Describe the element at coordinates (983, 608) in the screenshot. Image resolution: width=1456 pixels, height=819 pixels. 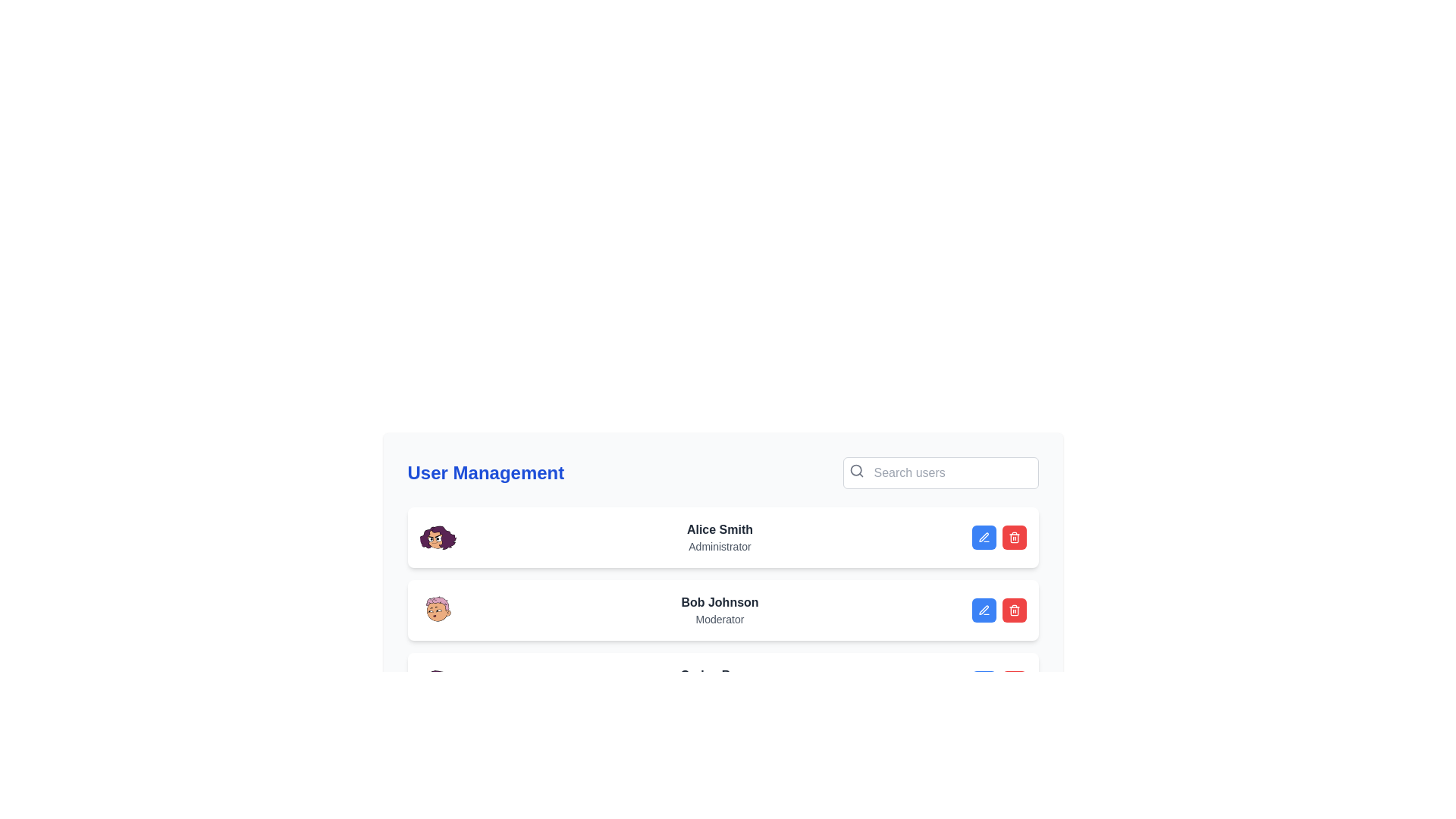
I see `the pen-shaped icon located` at that location.